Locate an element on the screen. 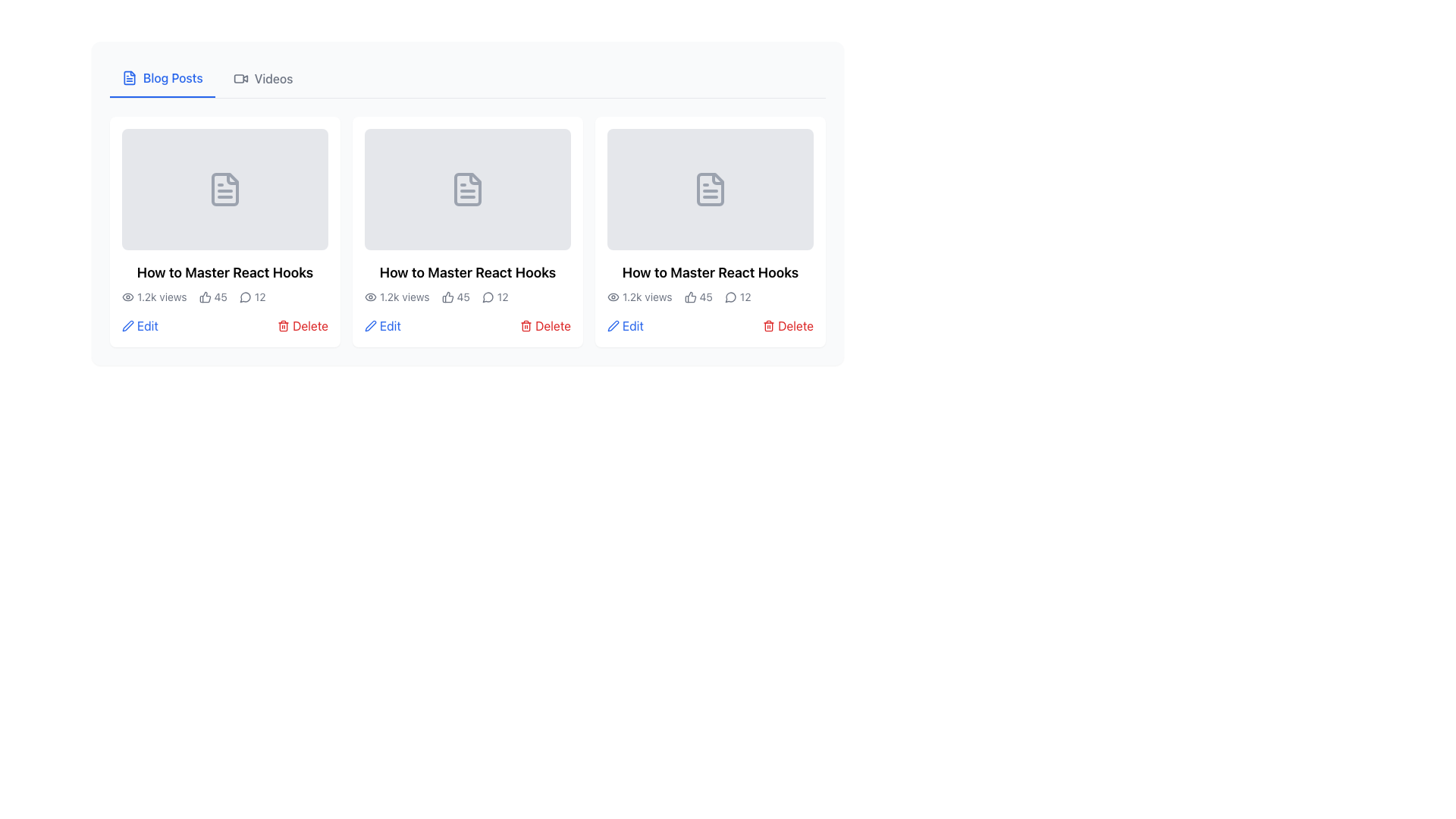  the comment indicator icon located in the center-right of the content card is located at coordinates (245, 297).